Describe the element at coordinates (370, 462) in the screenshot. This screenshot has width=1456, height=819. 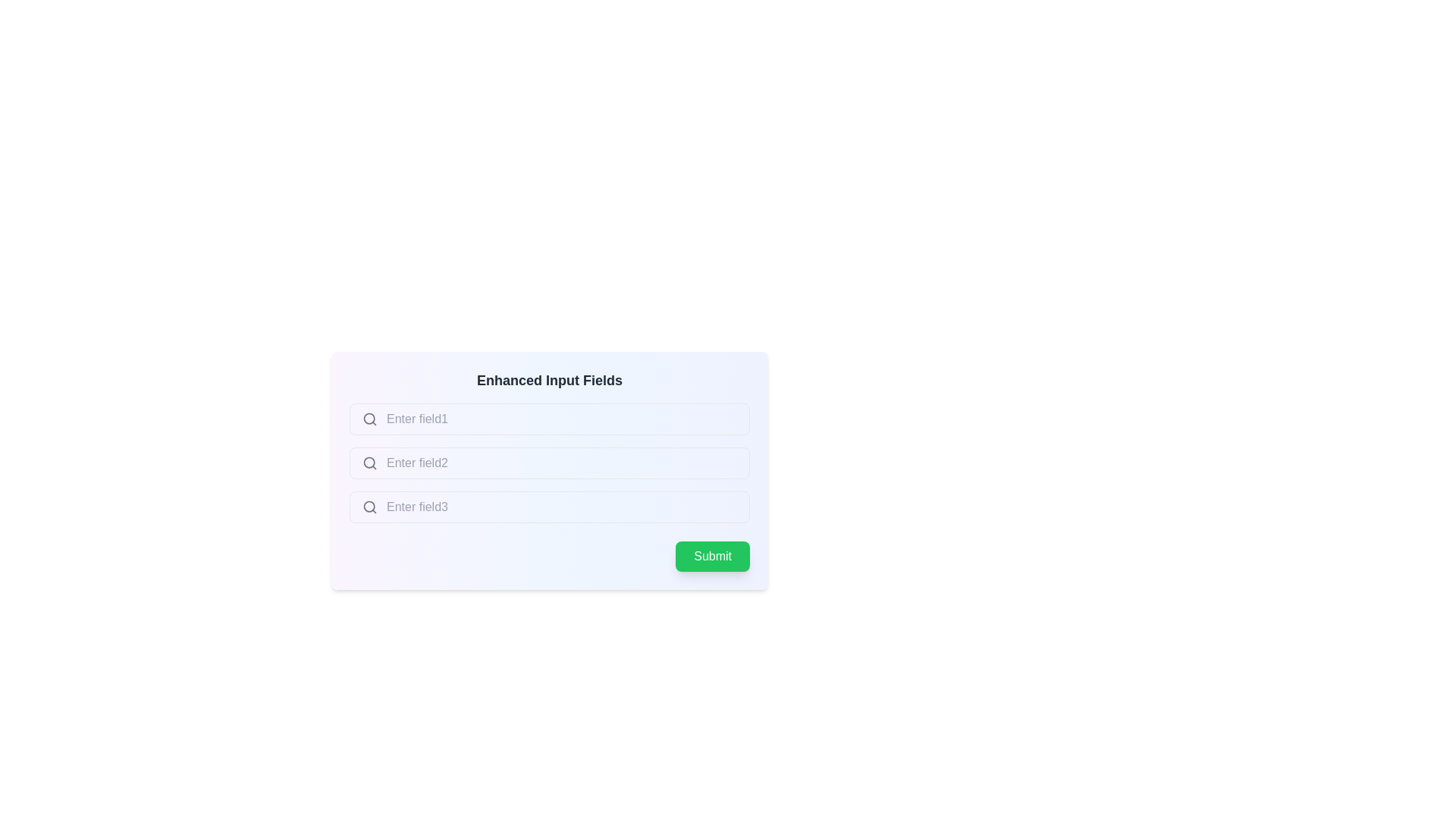
I see `the SVG Icon that indicates the search functionality for the second input field, positioned to the left of the placeholder text 'Enter field2'` at that location.